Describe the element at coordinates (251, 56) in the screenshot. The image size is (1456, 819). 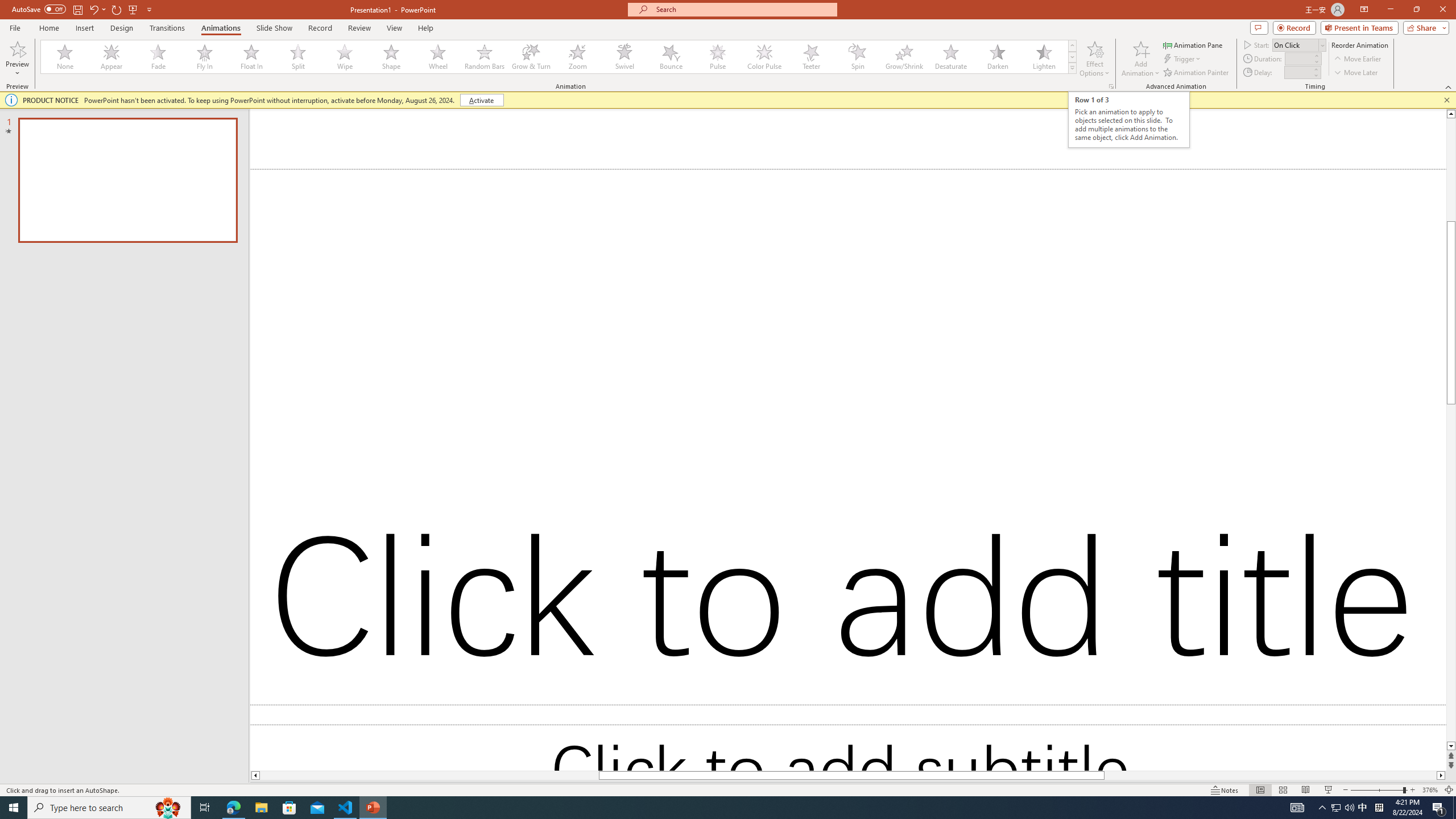
I see `'Float In'` at that location.